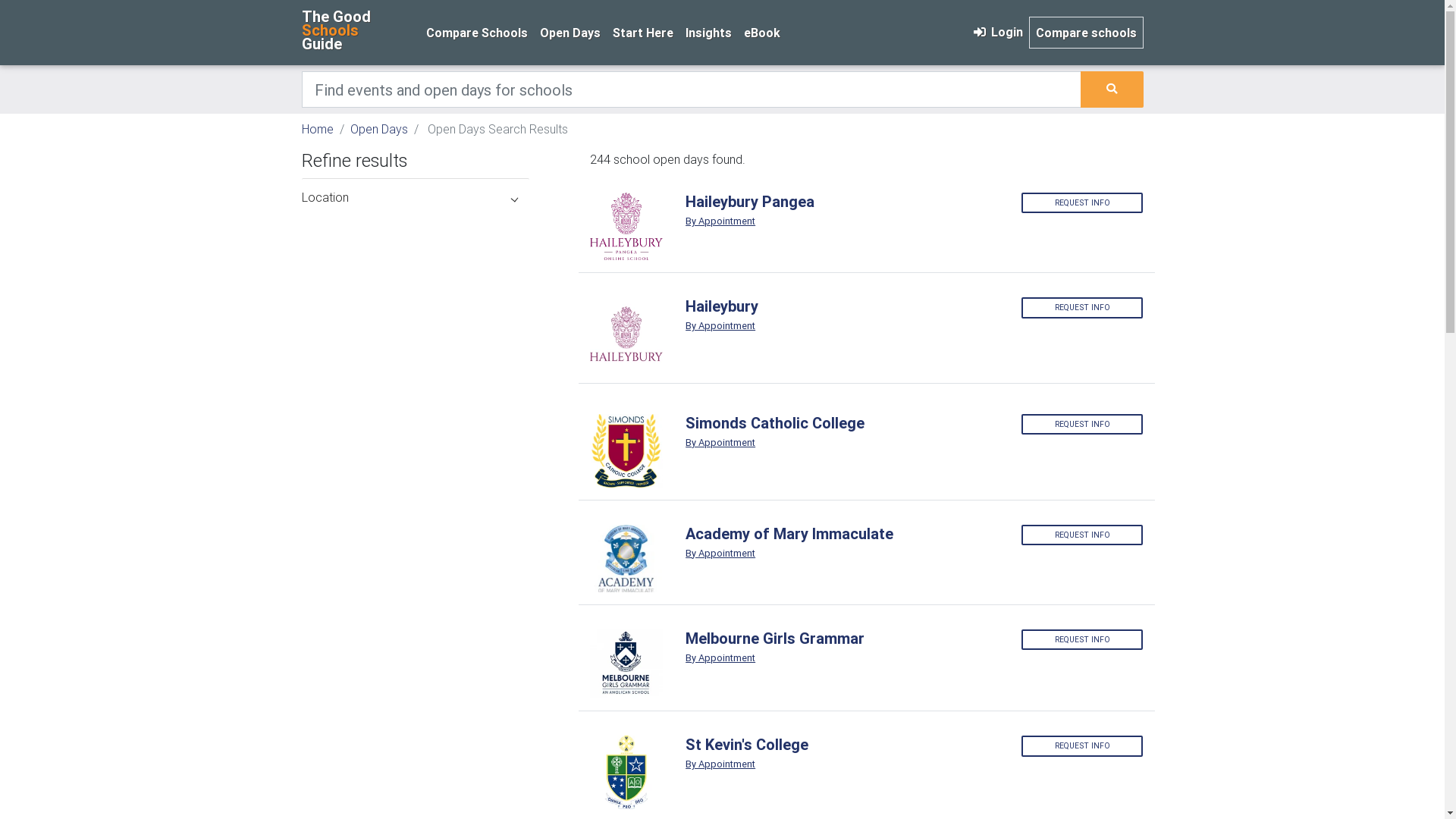  I want to click on 'REQUEST INFO', so click(1081, 307).